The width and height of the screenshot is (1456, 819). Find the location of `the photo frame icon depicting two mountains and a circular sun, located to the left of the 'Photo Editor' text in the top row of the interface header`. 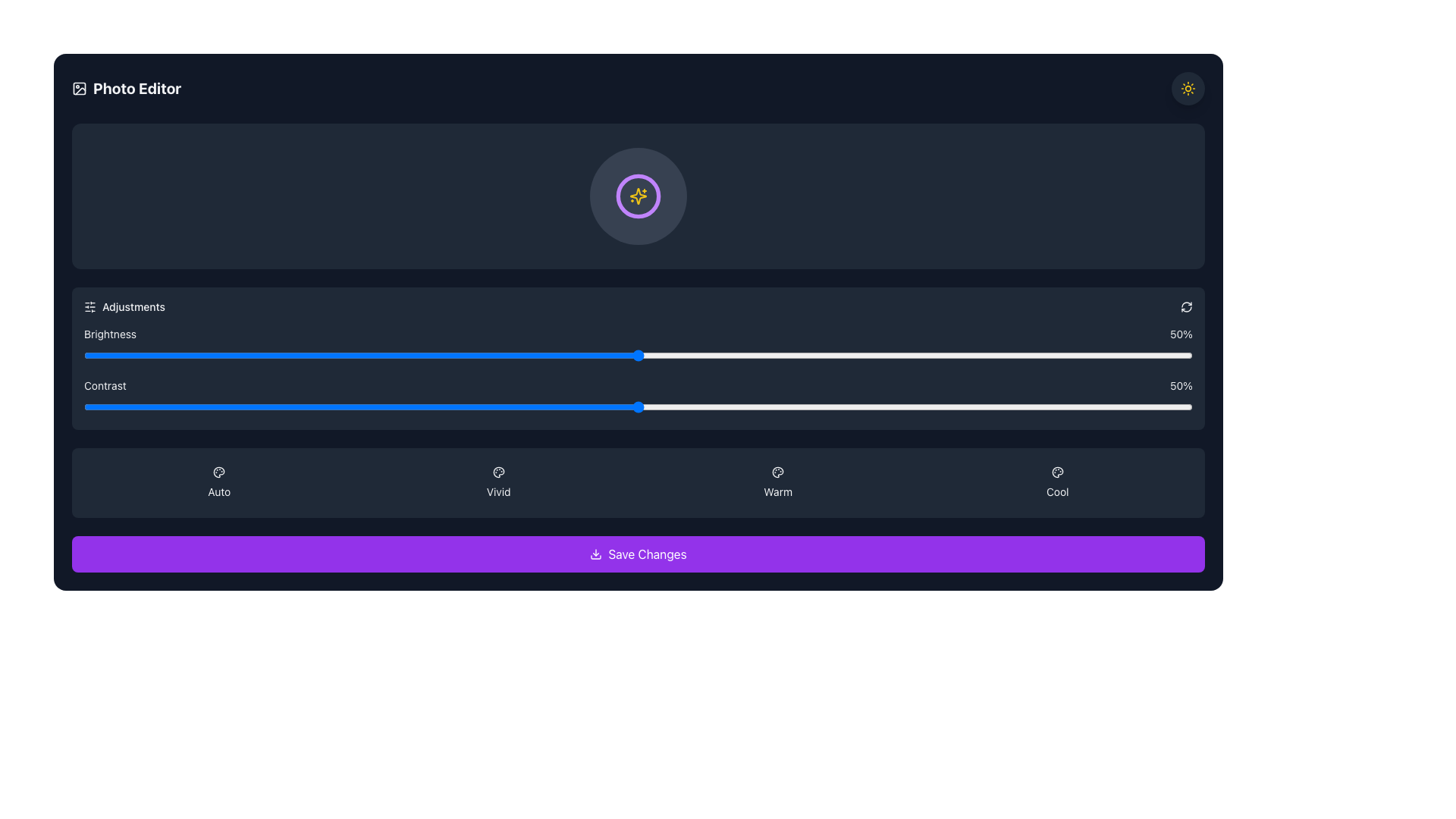

the photo frame icon depicting two mountains and a circular sun, located to the left of the 'Photo Editor' text in the top row of the interface header is located at coordinates (79, 88).